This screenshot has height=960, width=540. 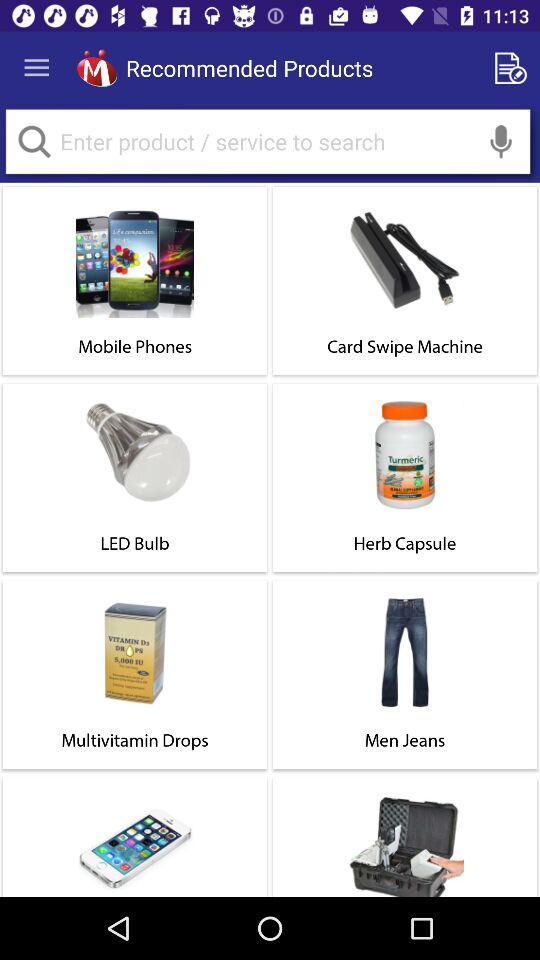 I want to click on the search icon, so click(x=33, y=140).